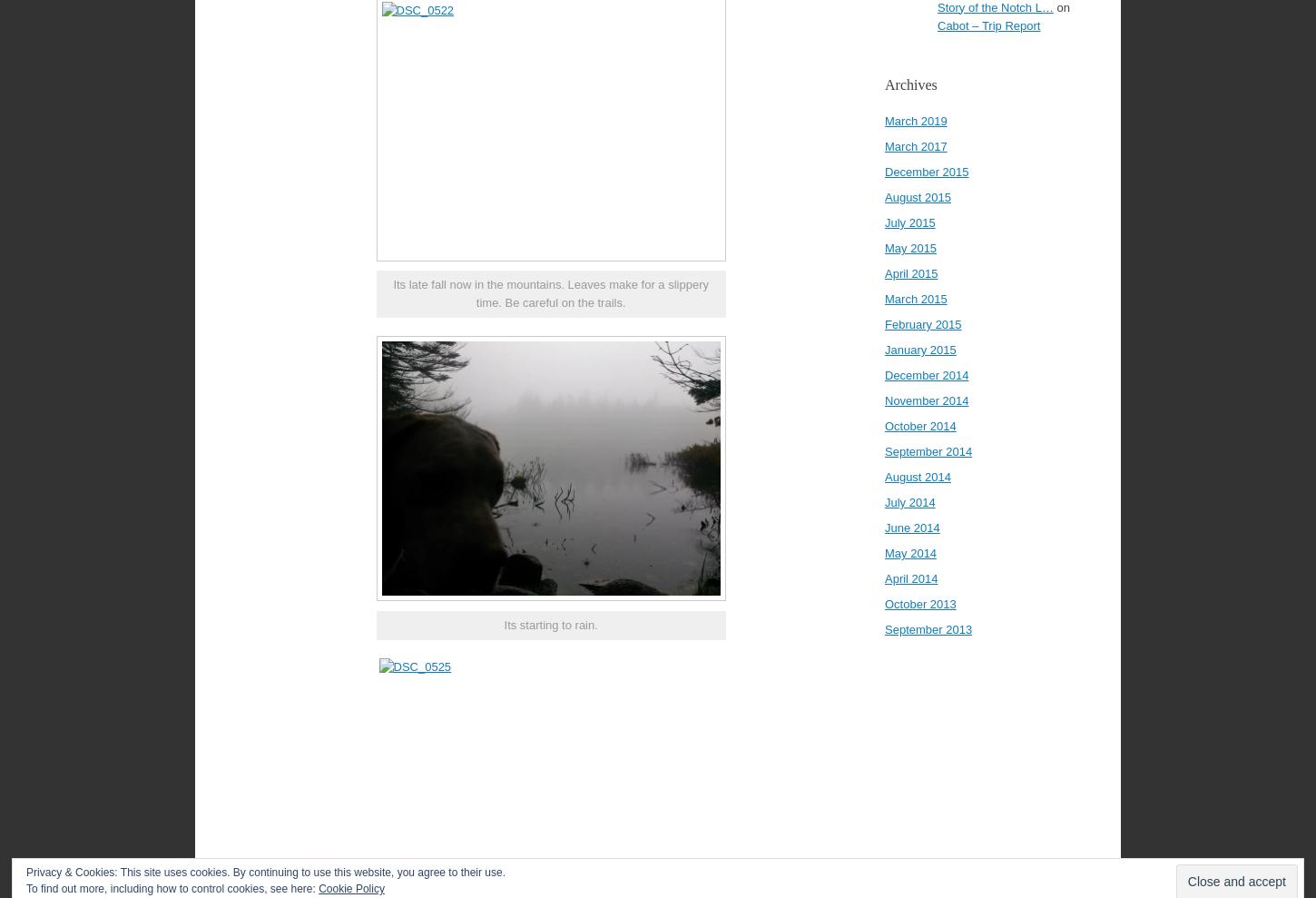 This screenshot has height=898, width=1316. Describe the element at coordinates (919, 425) in the screenshot. I see `'October 2014'` at that location.